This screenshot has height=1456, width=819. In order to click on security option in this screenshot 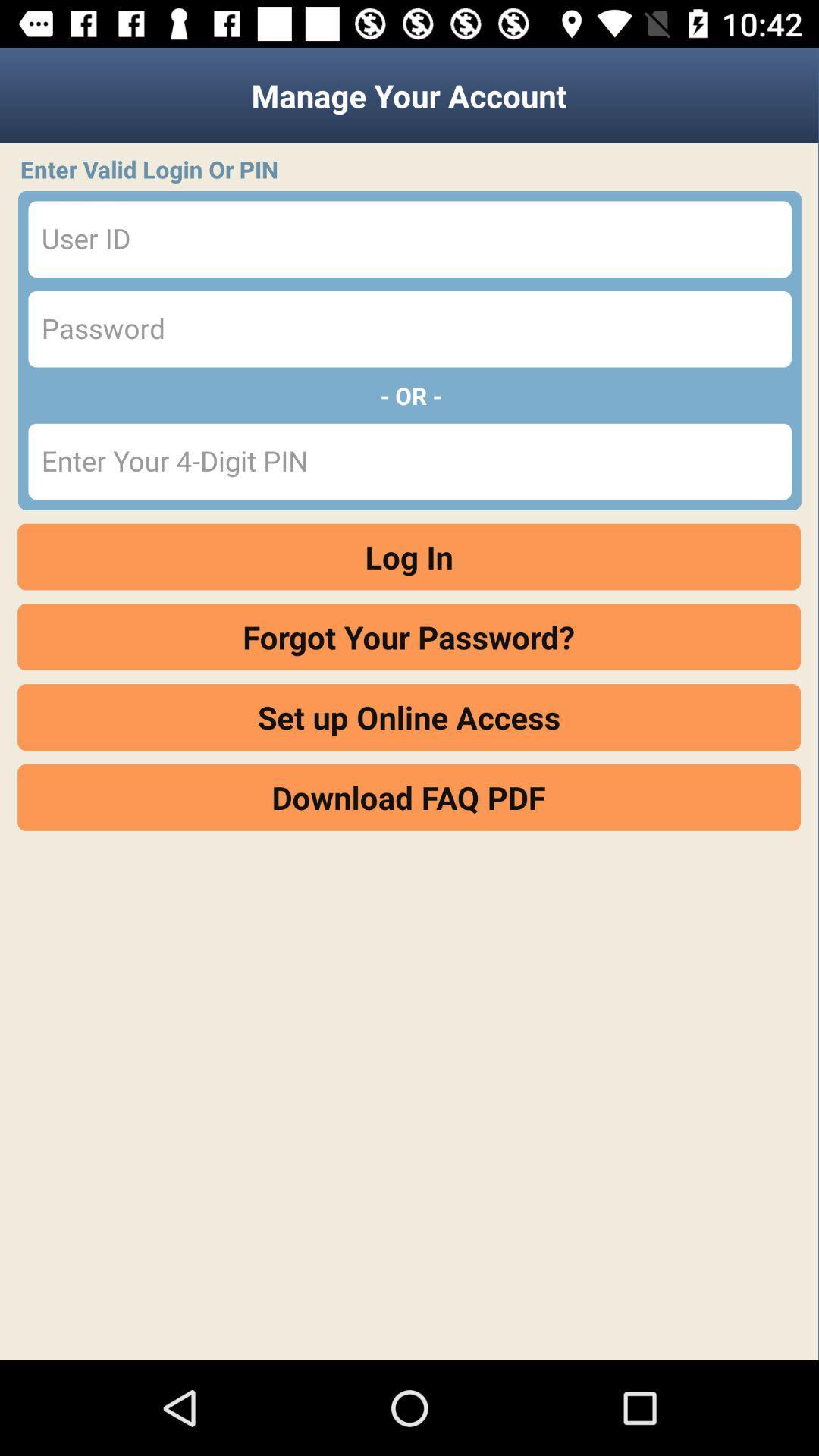, I will do `click(409, 328)`.